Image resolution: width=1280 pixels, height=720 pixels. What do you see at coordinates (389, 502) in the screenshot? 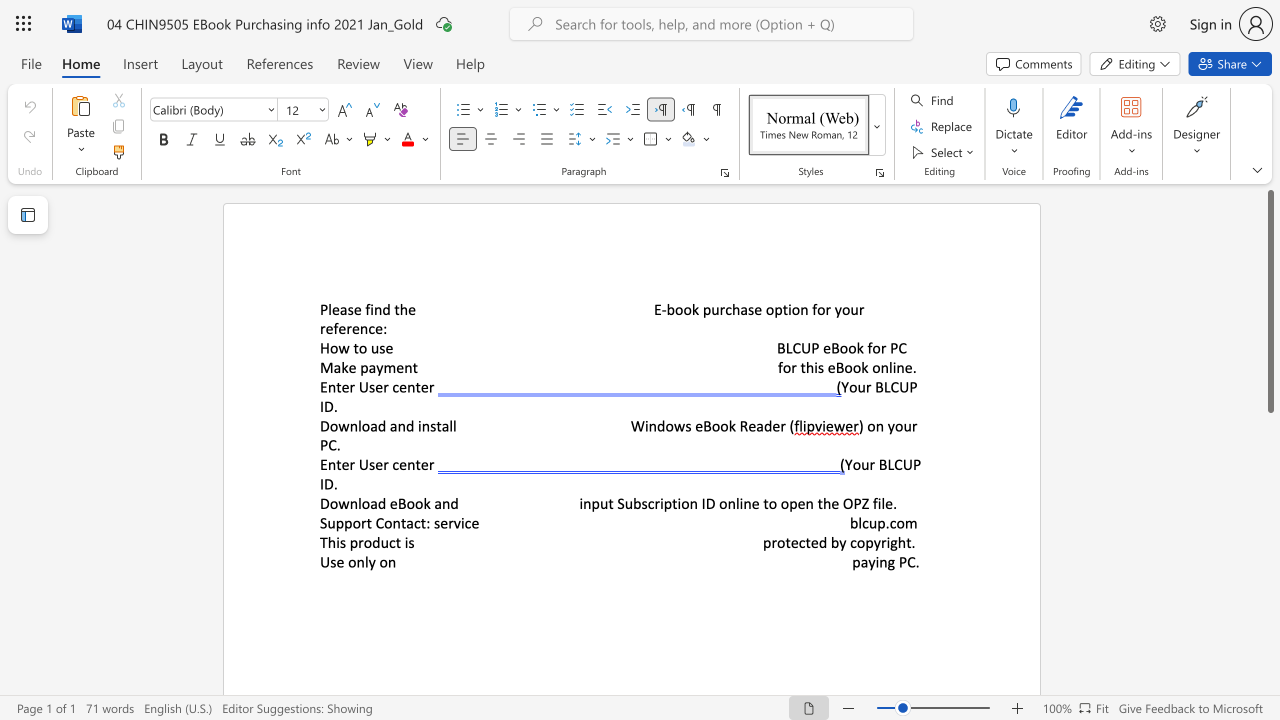
I see `the subset text "eBook" within the text "Download eBook and"` at bounding box center [389, 502].